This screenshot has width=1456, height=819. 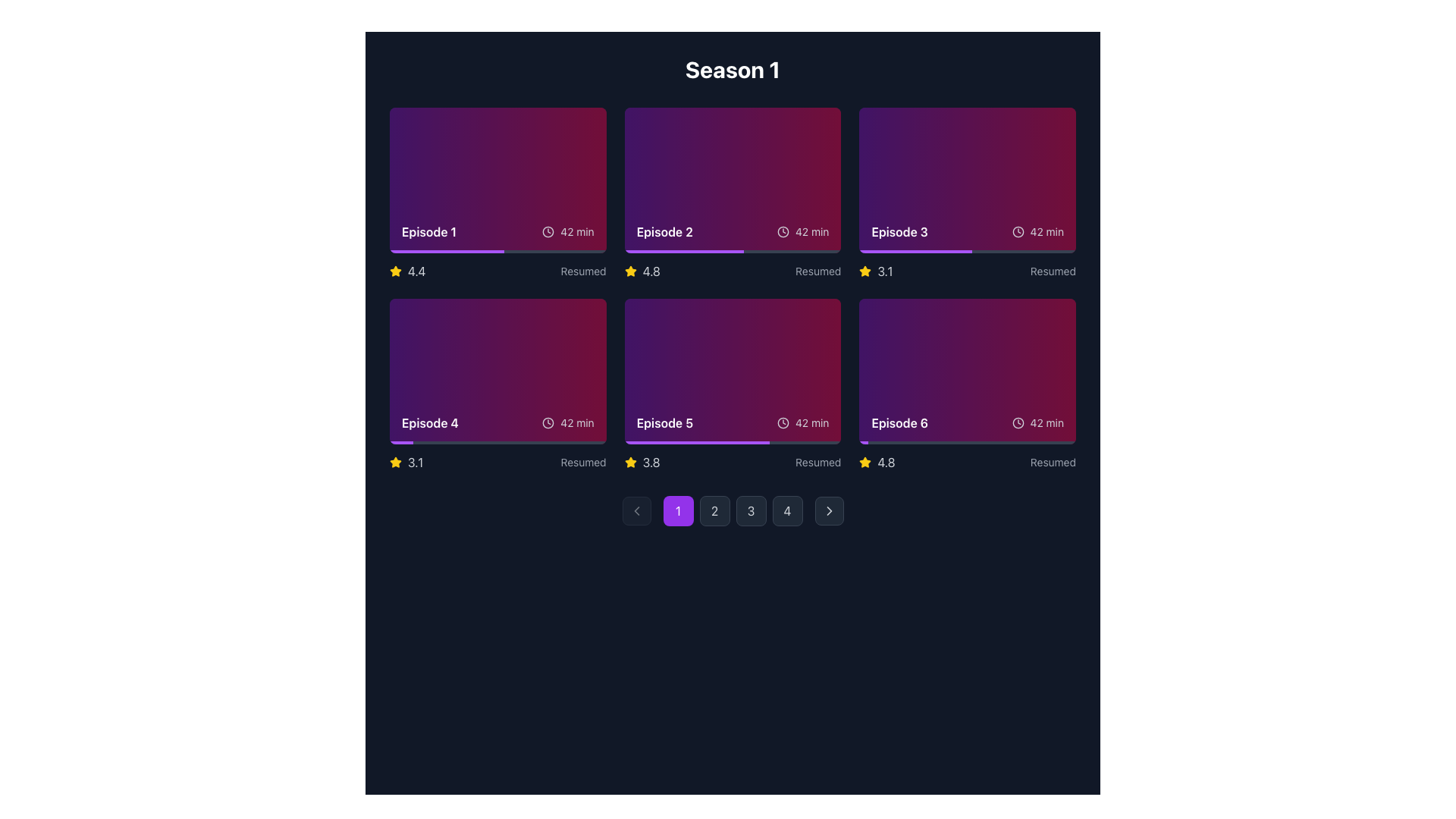 I want to click on the rating displayed on the label showing the numeric value for the episode, located in the bottom-left section of the 'Episode 4' card, next to a star icon, so click(x=885, y=271).